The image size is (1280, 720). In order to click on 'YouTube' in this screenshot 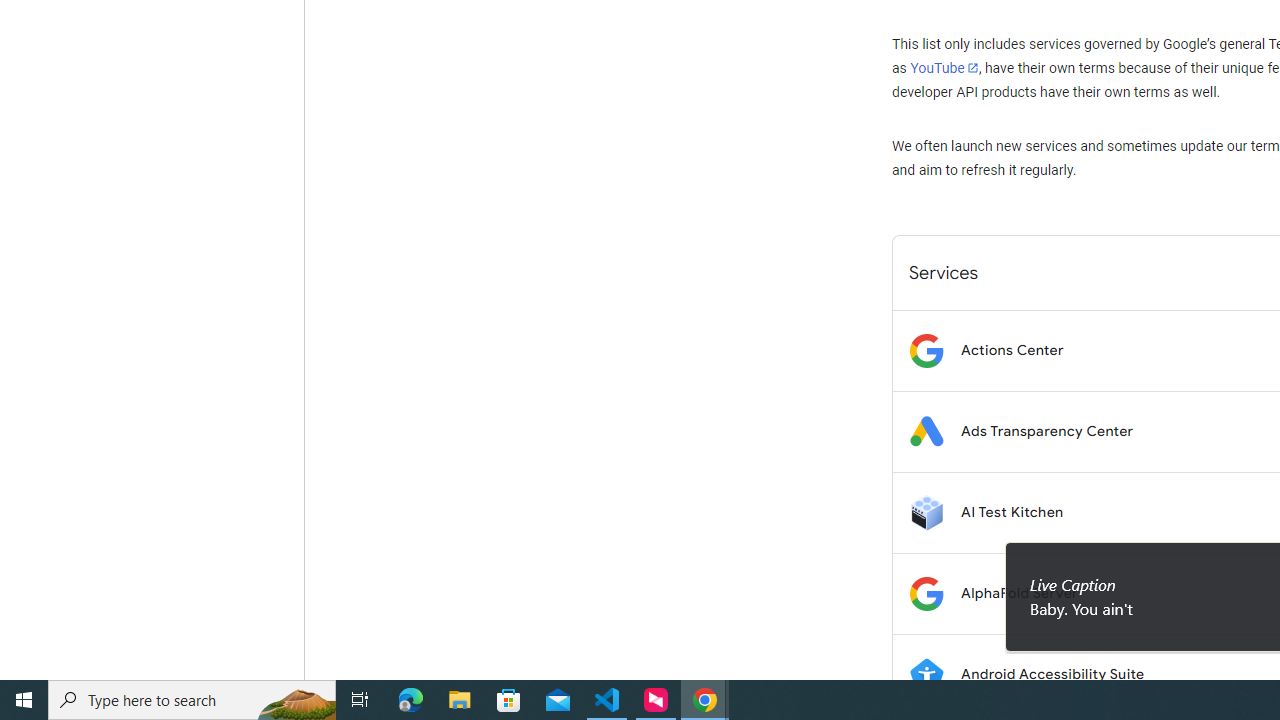, I will do `click(943, 67)`.